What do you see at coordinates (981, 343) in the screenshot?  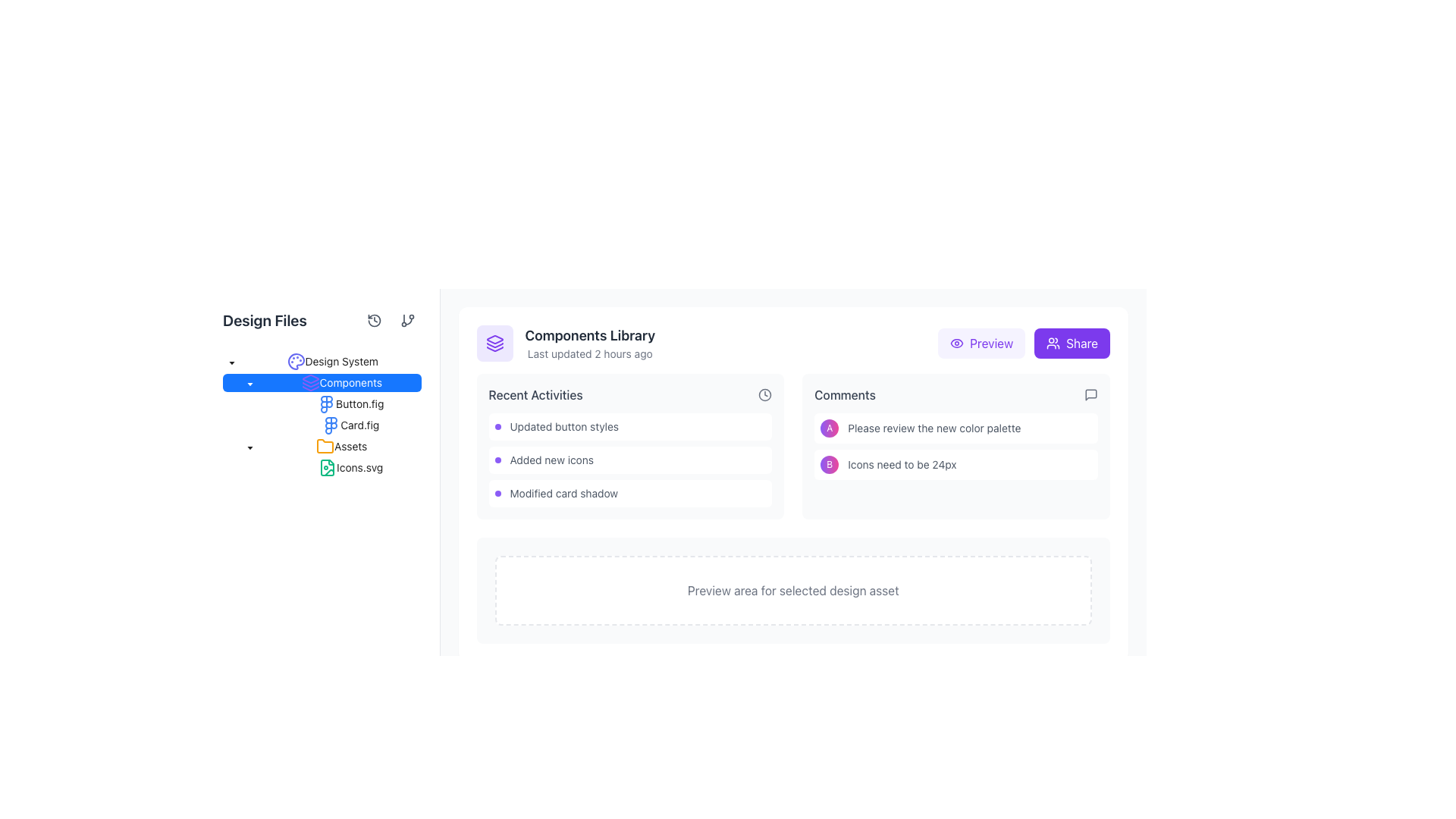 I see `the 'Preview' button with a light violet background and violet text, located in the top-right section of the component library interface` at bounding box center [981, 343].